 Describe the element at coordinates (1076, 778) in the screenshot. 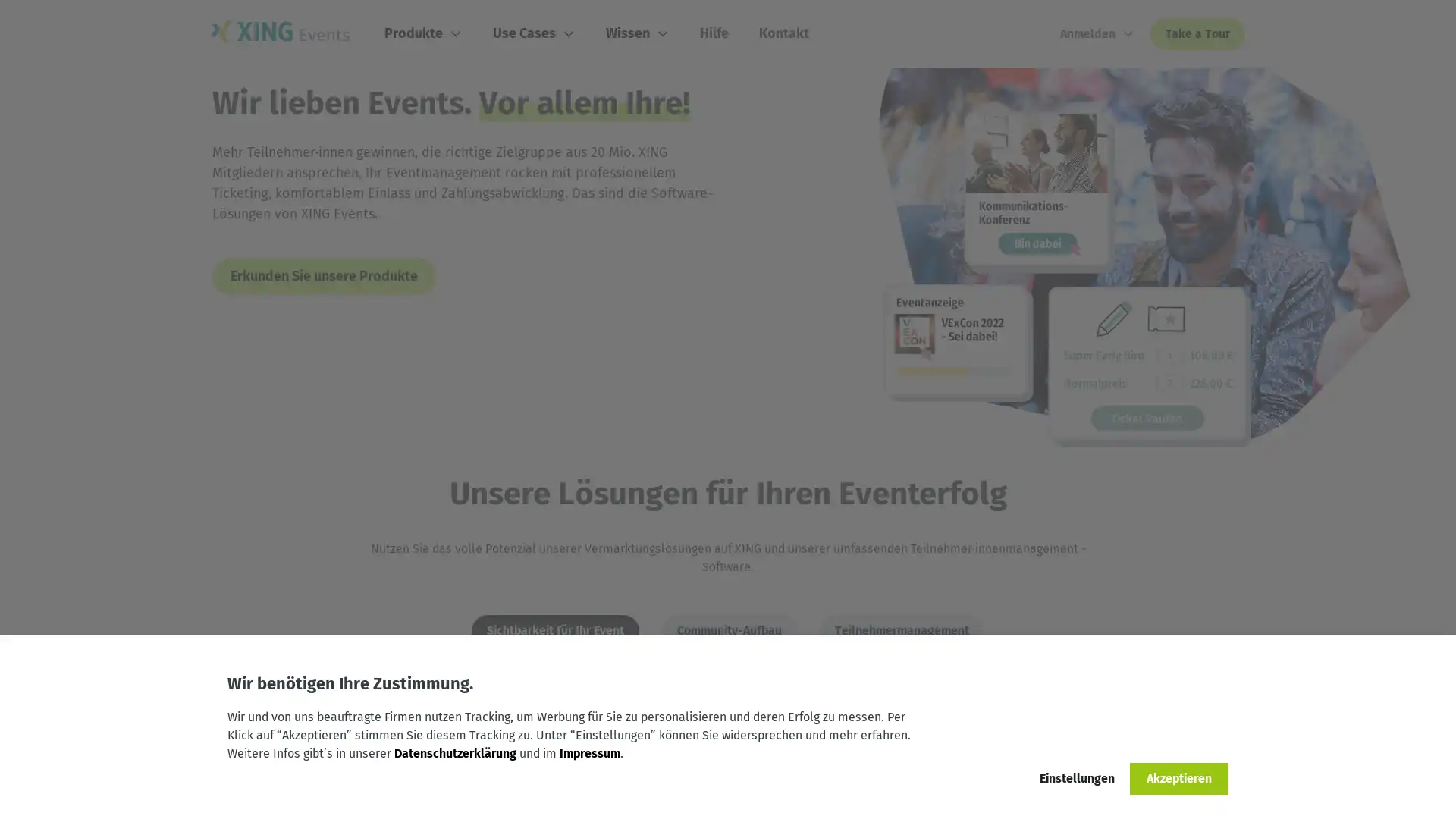

I see `Einstellungen` at that location.